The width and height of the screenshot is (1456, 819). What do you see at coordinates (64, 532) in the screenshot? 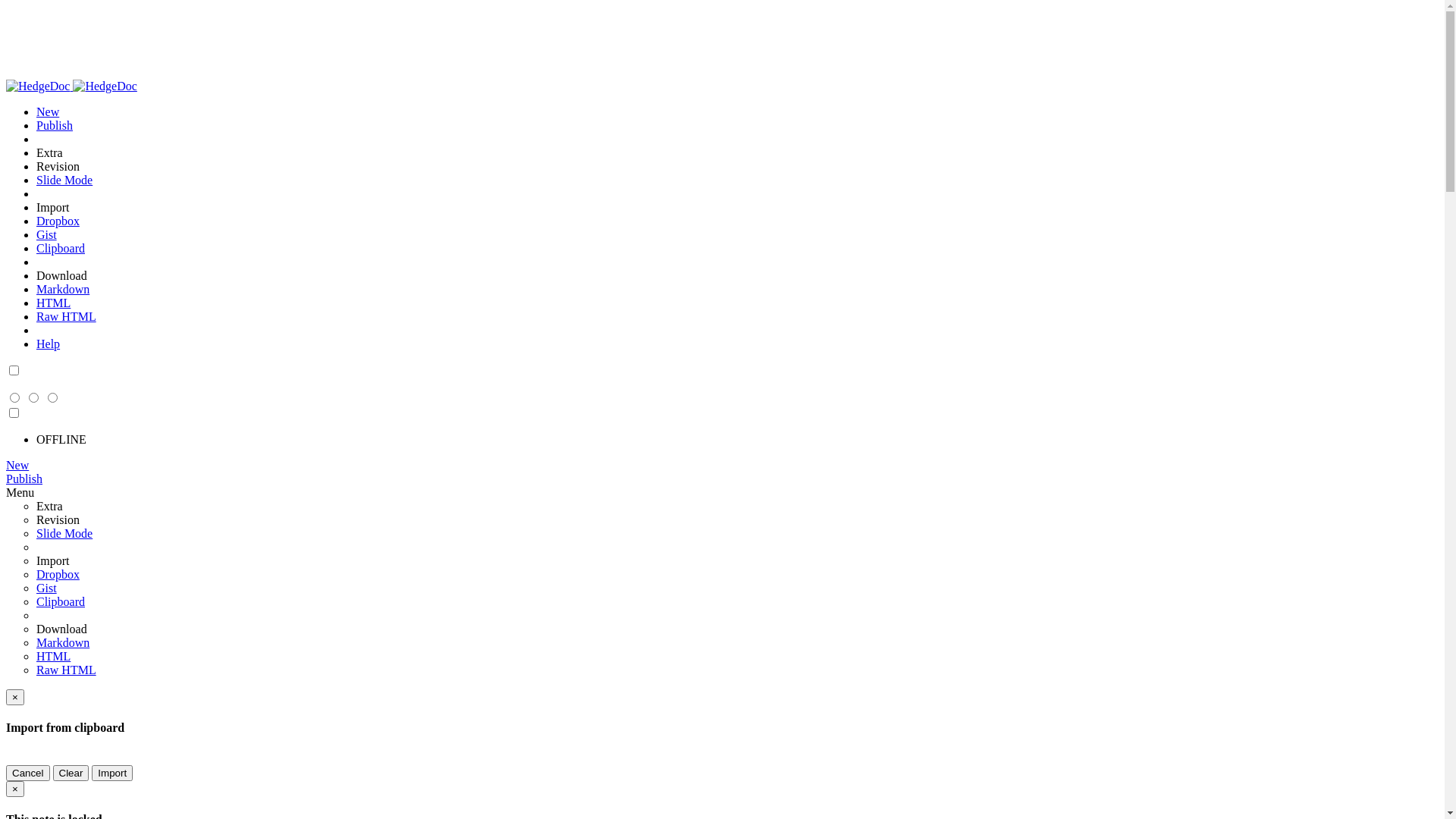
I see `'Slide Mode'` at bounding box center [64, 532].